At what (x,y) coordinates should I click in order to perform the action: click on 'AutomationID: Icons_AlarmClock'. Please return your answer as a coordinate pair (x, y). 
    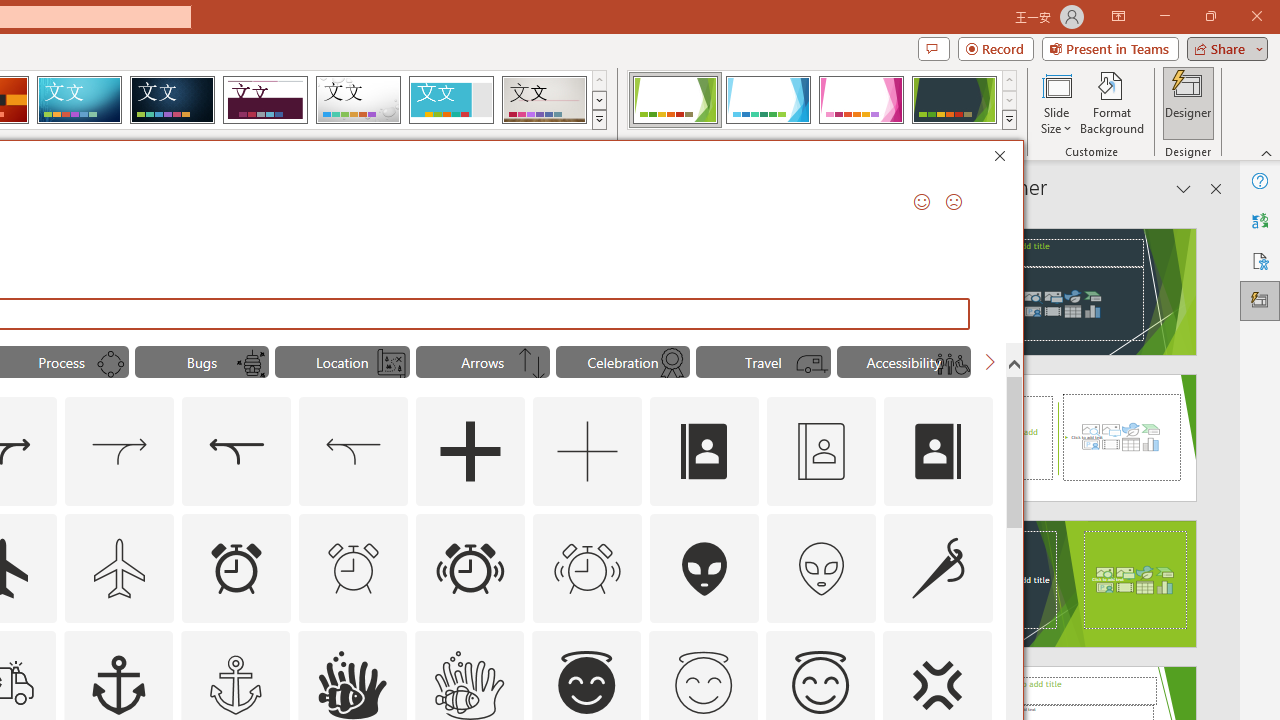
    Looking at the image, I should click on (236, 568).